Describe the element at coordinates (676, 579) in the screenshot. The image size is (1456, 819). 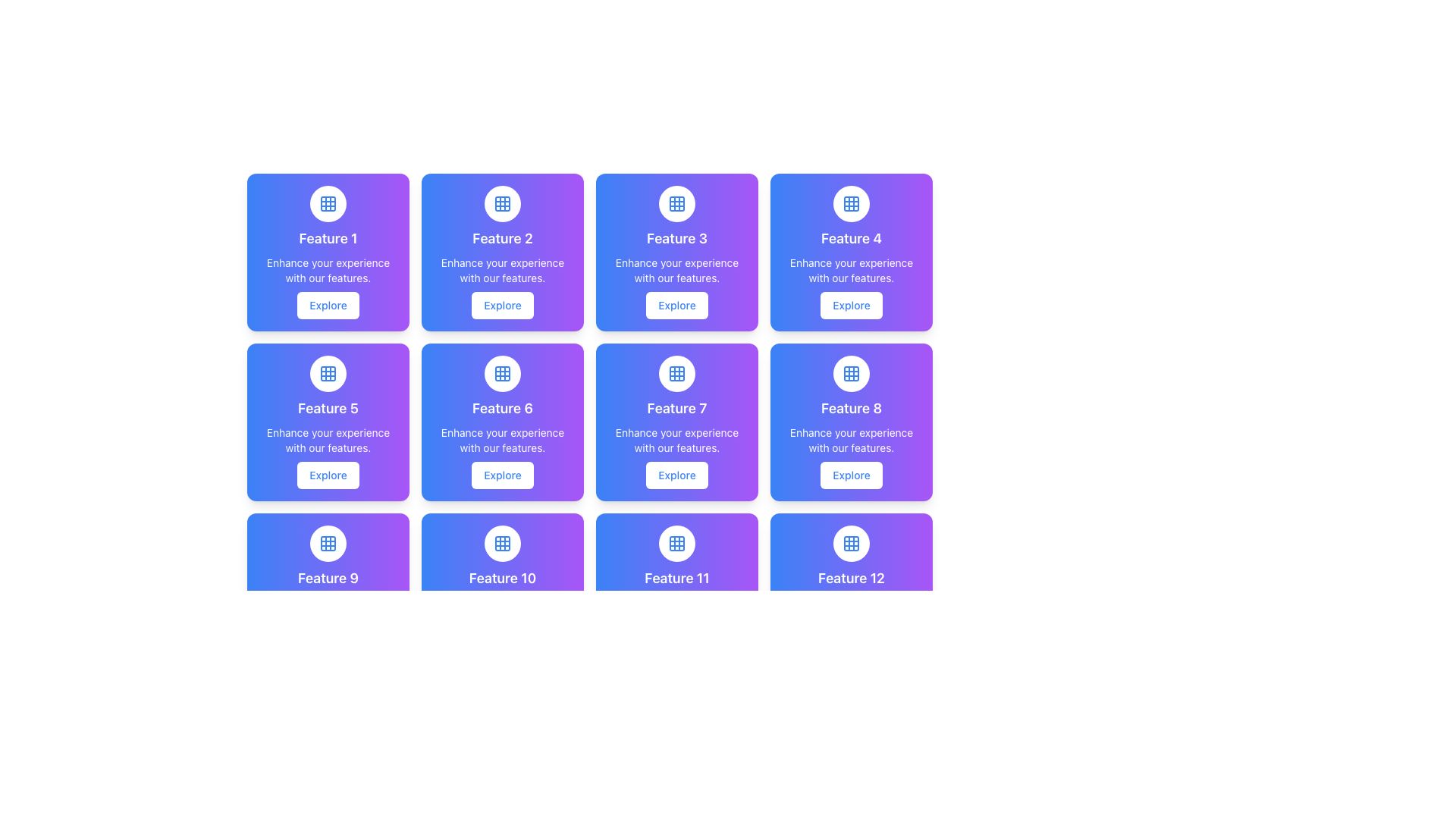
I see `the 'Feature 11' text element which is styled in bold with a larger font size, located in the sixth row and third column of a grid layout within a card component` at that location.